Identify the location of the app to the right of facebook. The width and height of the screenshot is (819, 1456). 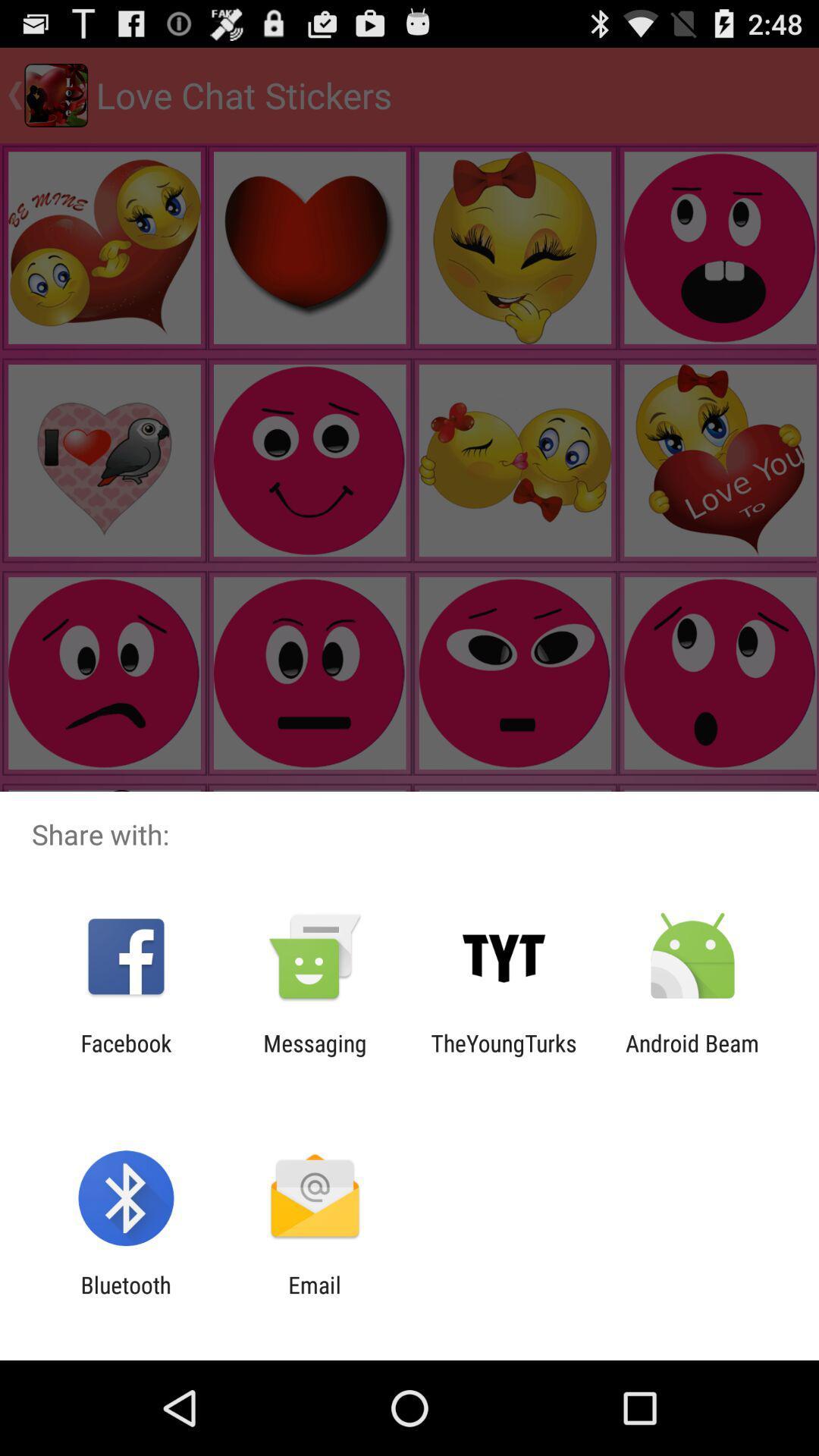
(314, 1056).